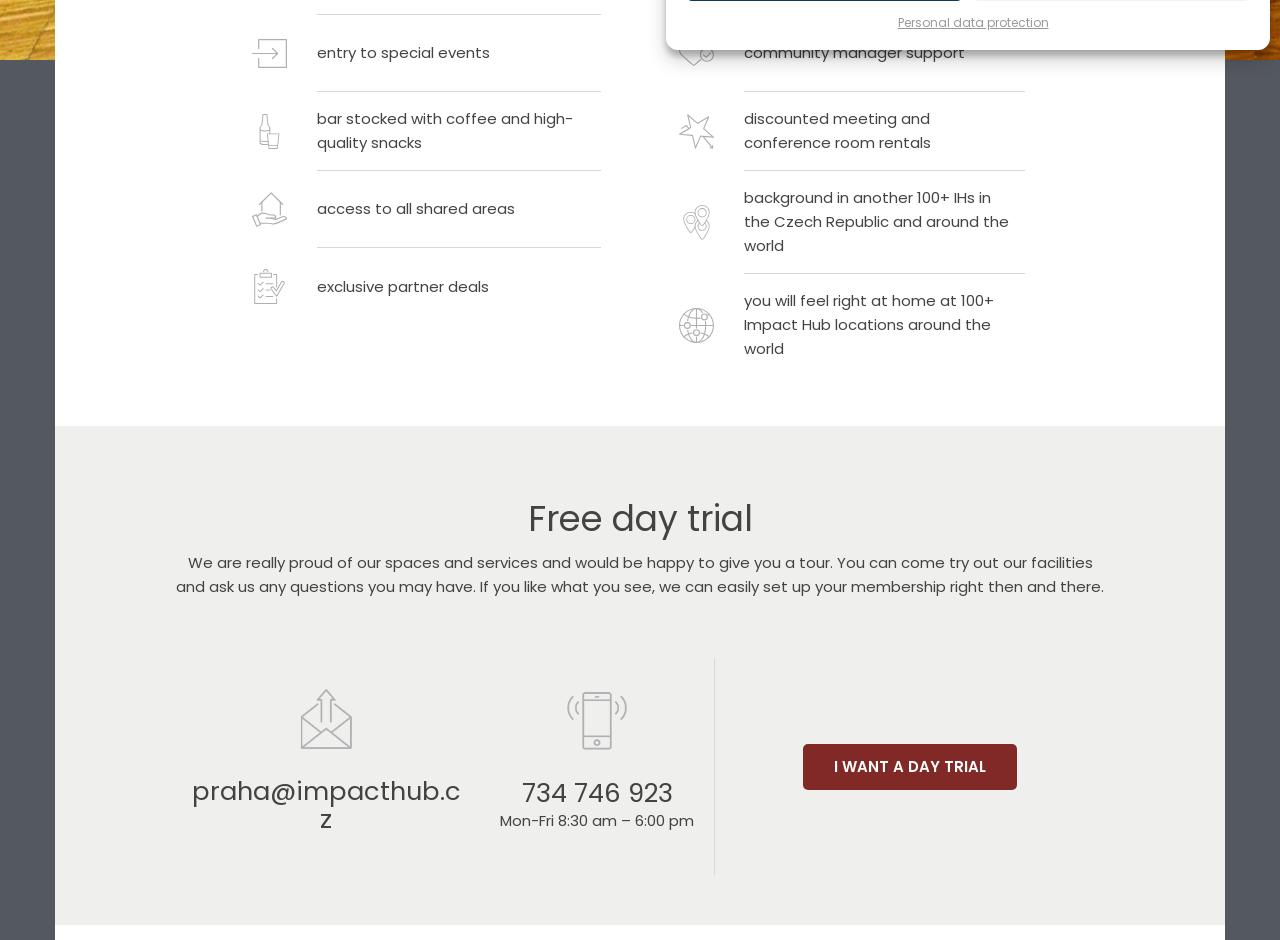 Image resolution: width=1280 pixels, height=940 pixels. Describe the element at coordinates (402, 51) in the screenshot. I see `'entry to special events'` at that location.